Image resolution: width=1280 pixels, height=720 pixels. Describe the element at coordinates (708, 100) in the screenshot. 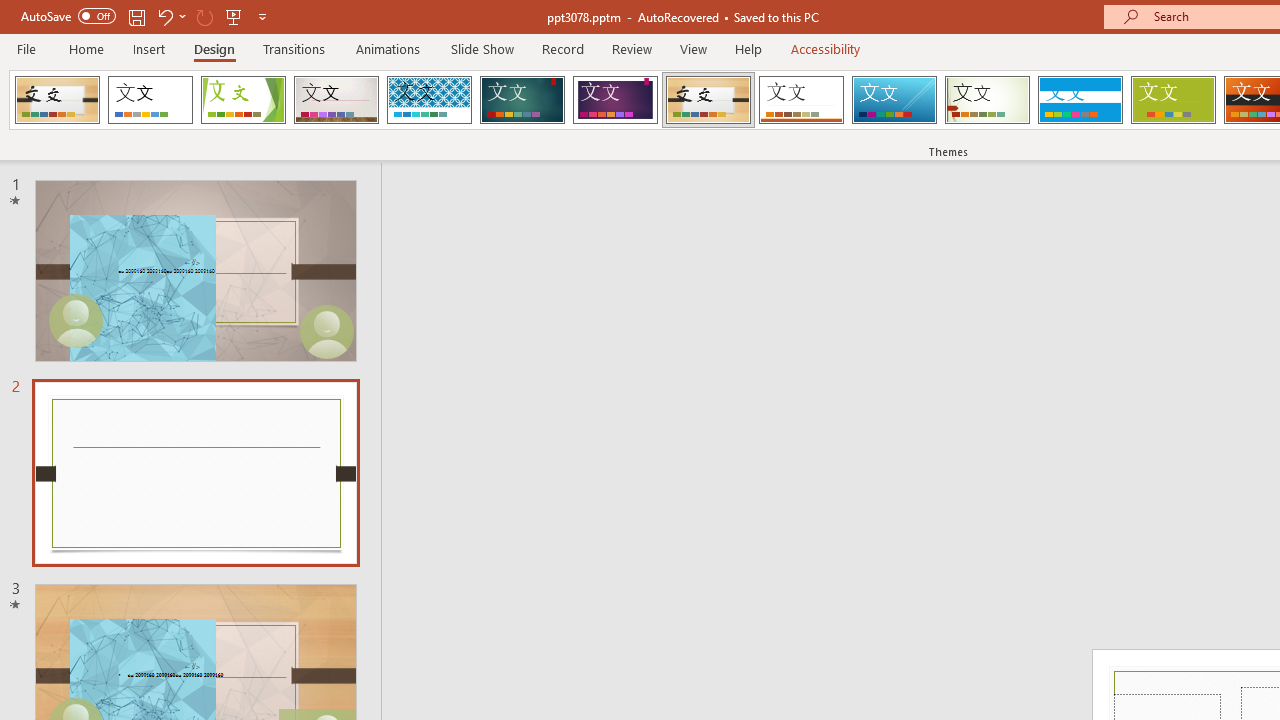

I see `'Organic'` at that location.